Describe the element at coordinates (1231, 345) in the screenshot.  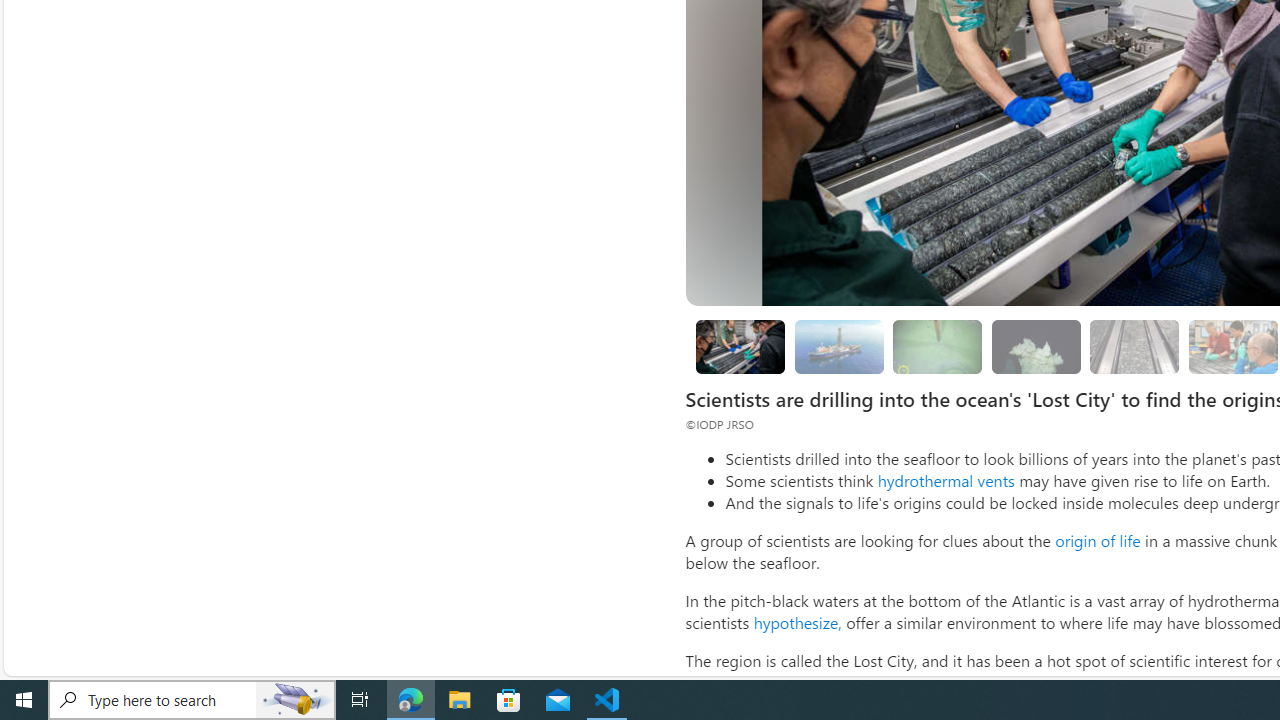
I see `'Looking for evidence of oxygen-free life'` at that location.